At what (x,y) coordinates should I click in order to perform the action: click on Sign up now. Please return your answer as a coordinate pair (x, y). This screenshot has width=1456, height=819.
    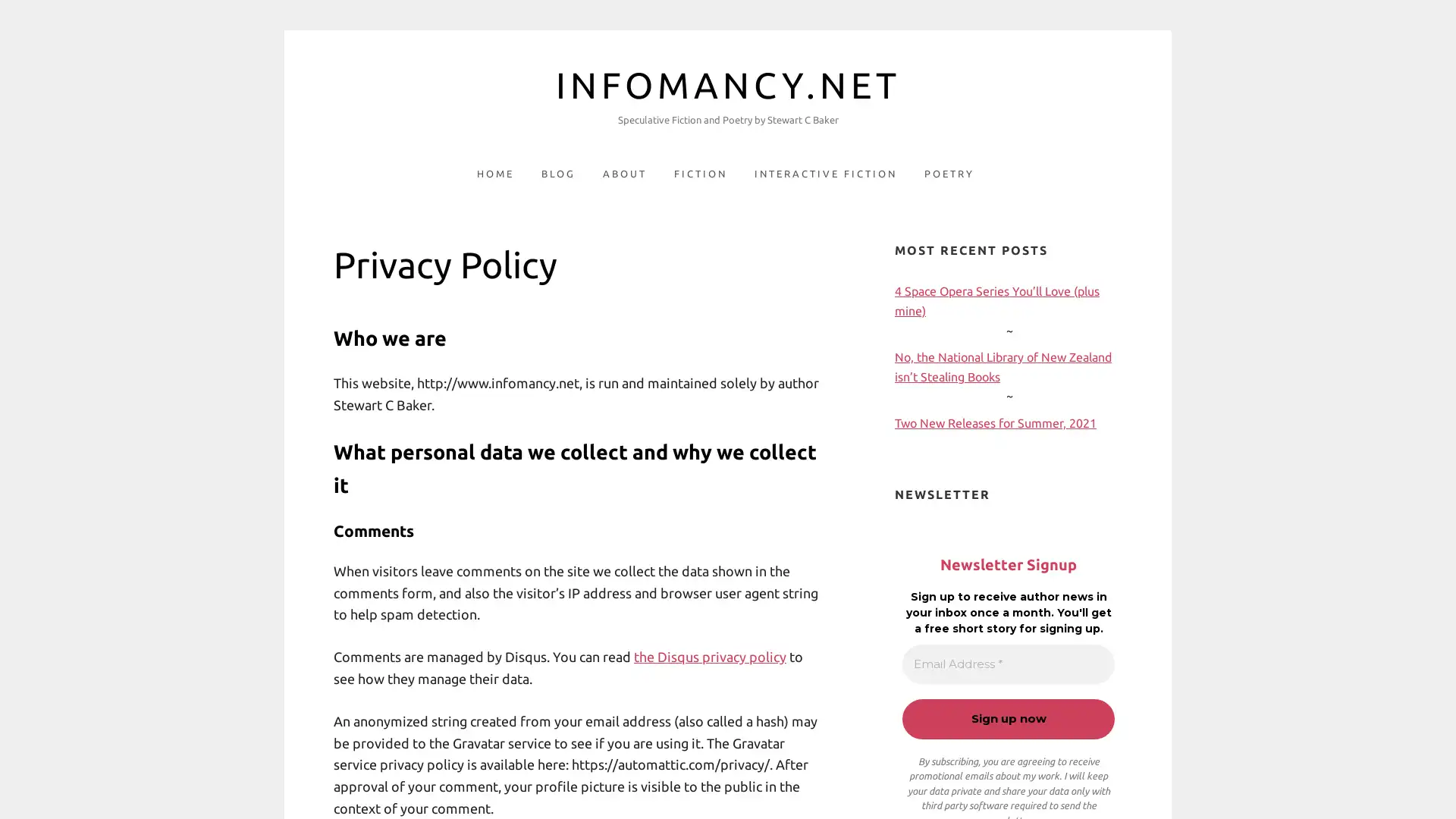
    Looking at the image, I should click on (1008, 718).